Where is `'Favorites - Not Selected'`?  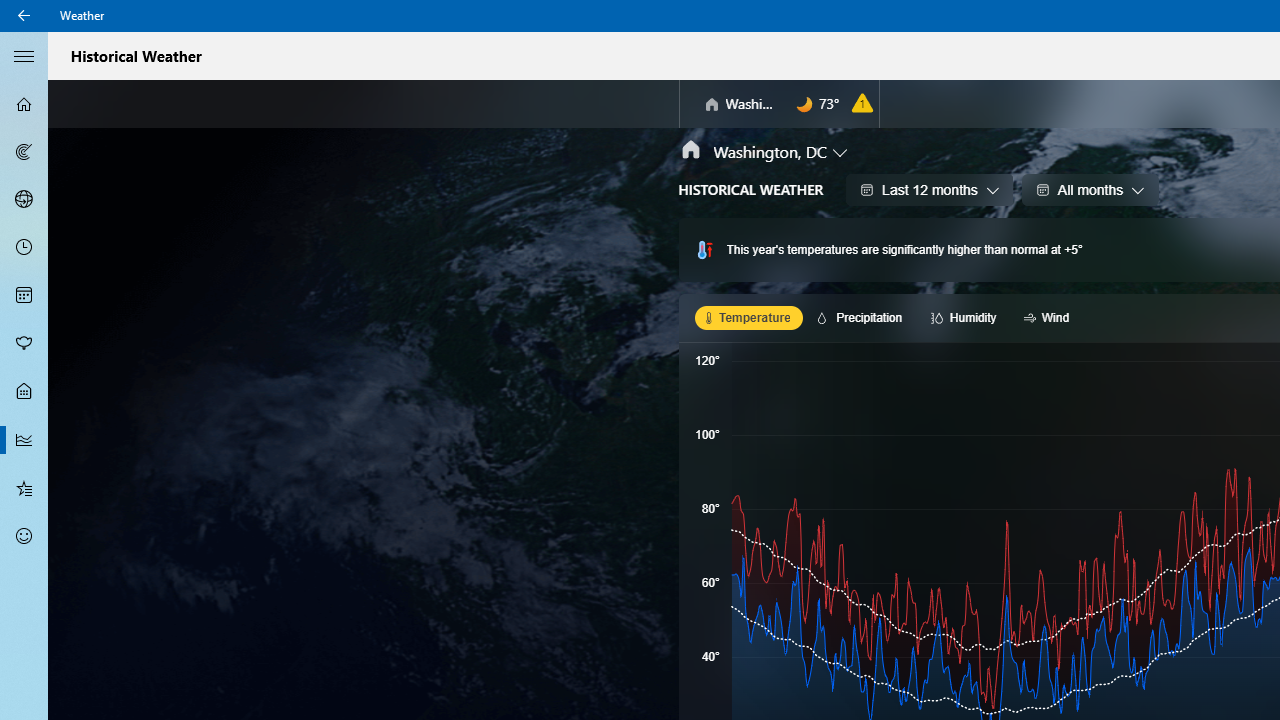 'Favorites - Not Selected' is located at coordinates (24, 487).